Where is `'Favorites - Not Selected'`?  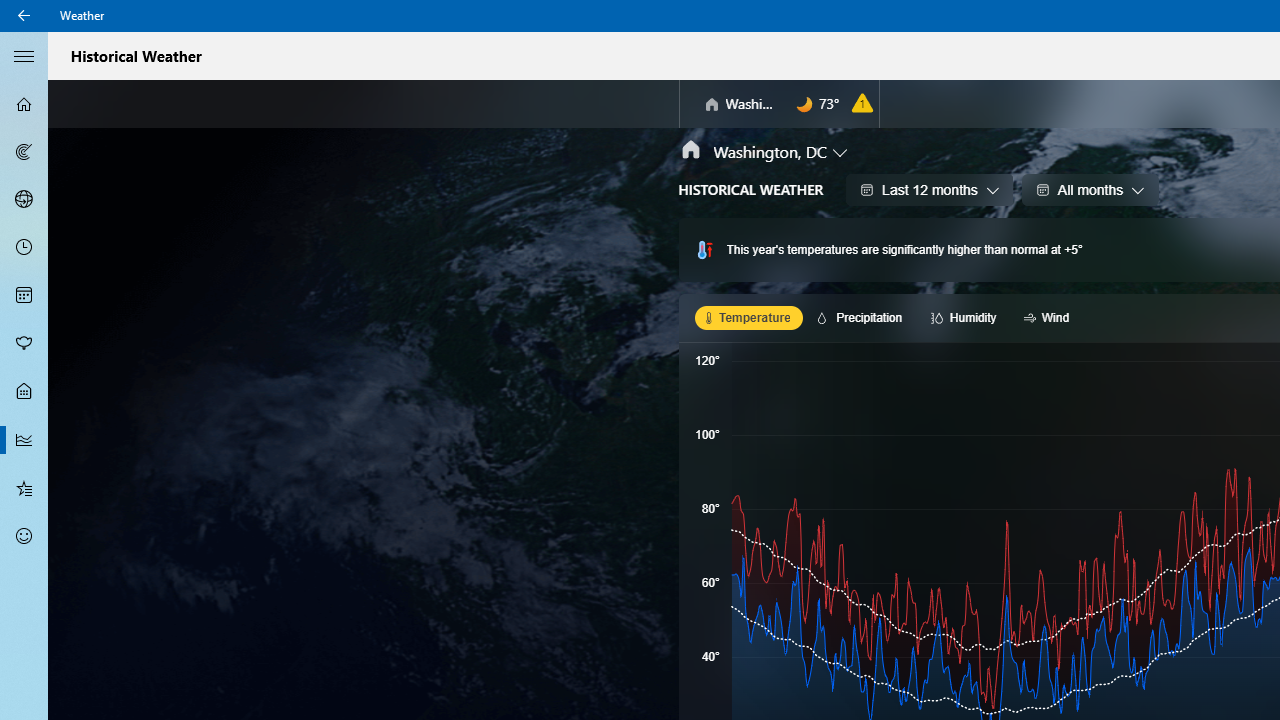 'Favorites - Not Selected' is located at coordinates (24, 487).